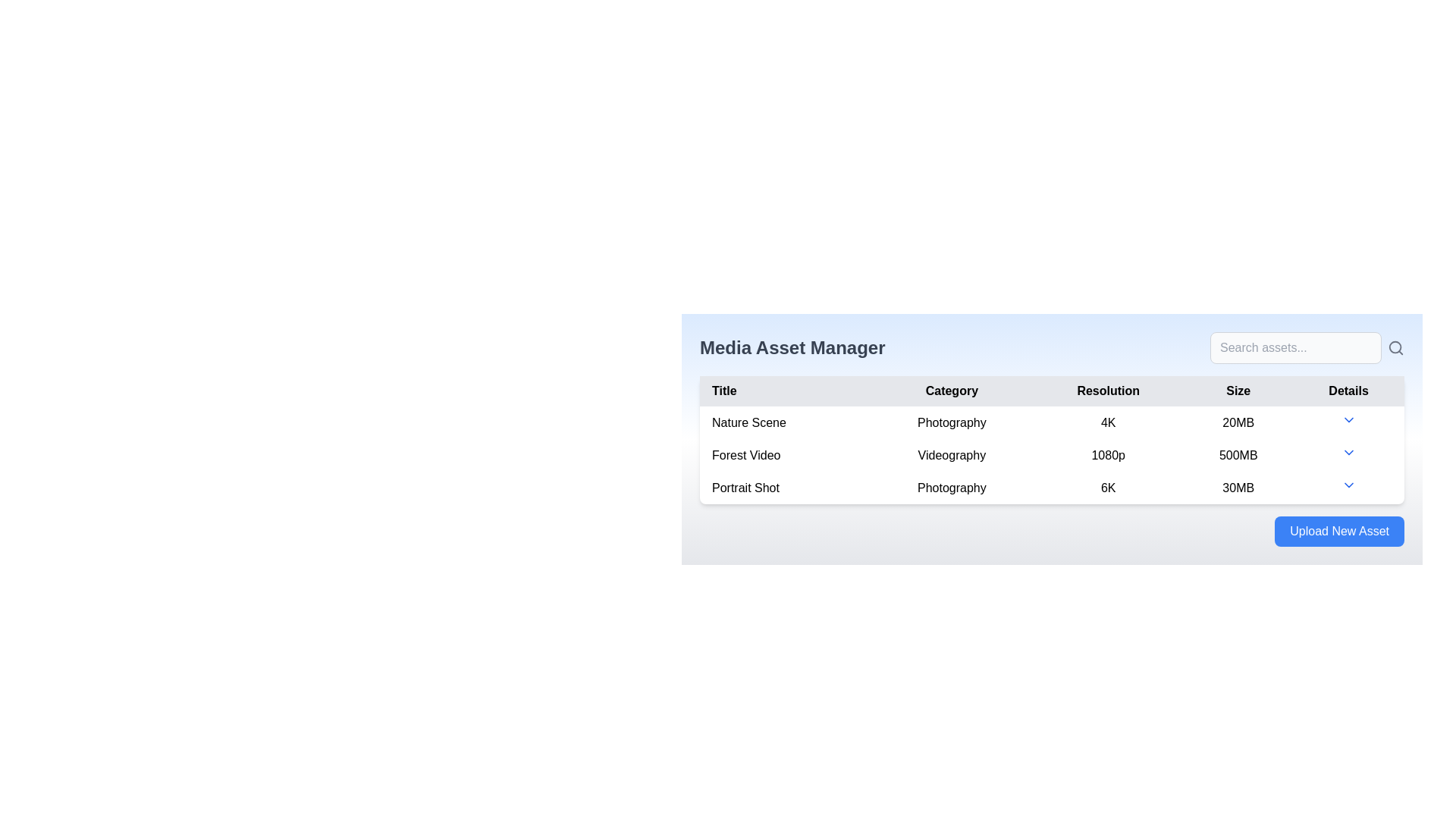 The height and width of the screenshot is (819, 1456). What do you see at coordinates (1348, 488) in the screenshot?
I see `the downwards-facing blue arrow icon in the 'Details' column of the third row` at bounding box center [1348, 488].